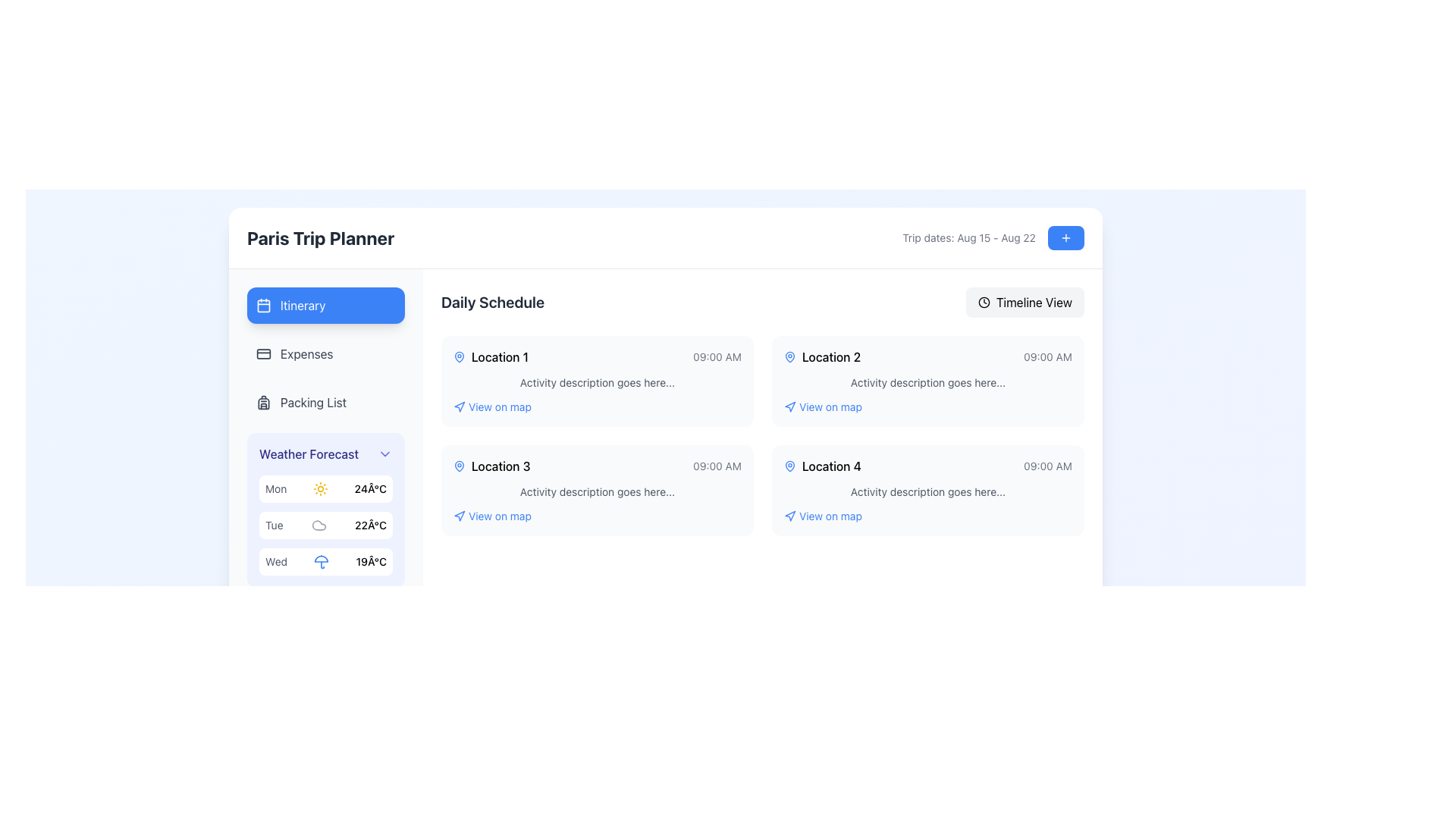  I want to click on the interactive text label 'View on map' located beneath 'Location 1' in the 'Daily Schedule' section, so click(500, 406).